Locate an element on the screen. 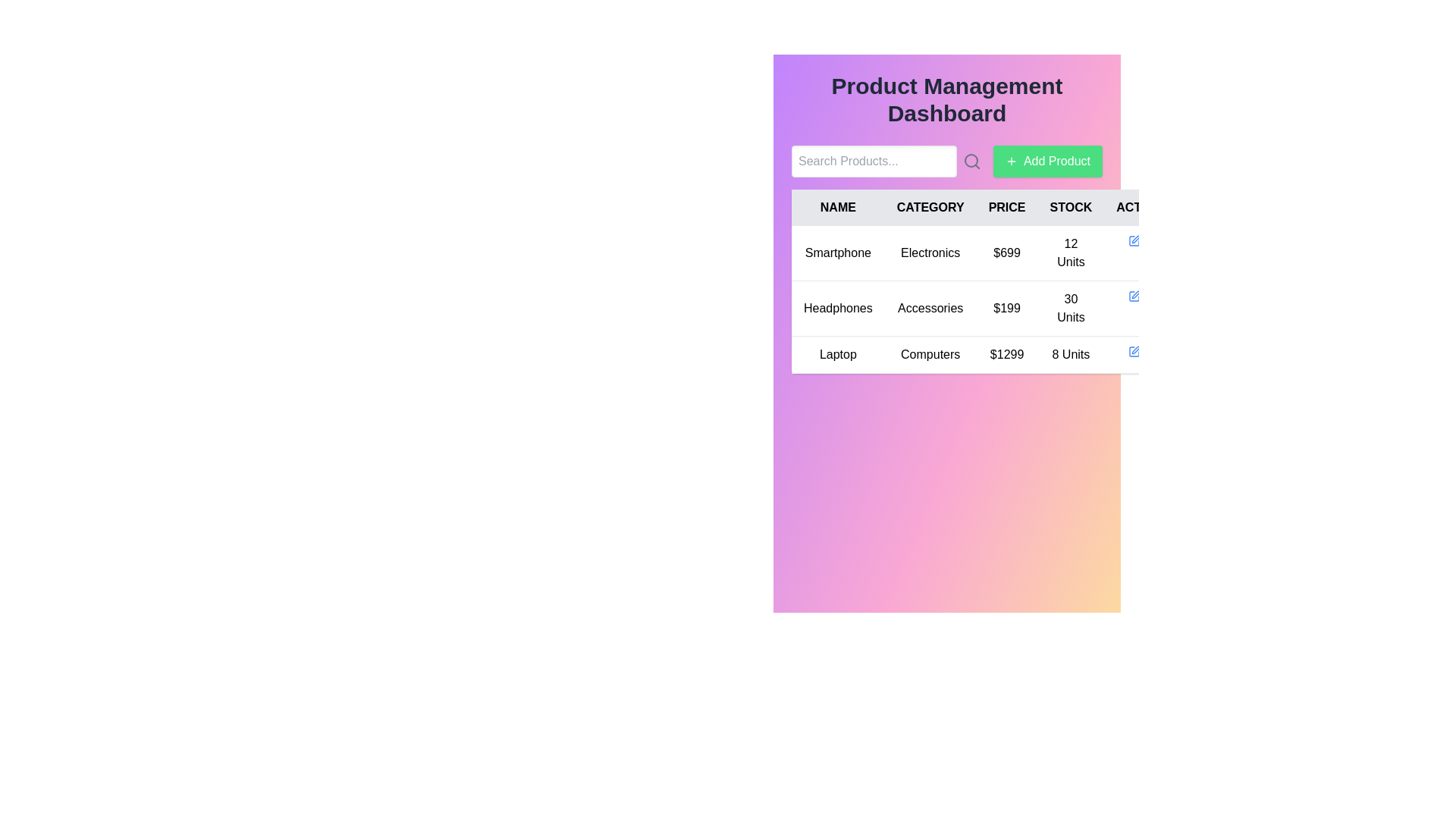  the text label that serves as the header for managing products, located at the top center of the interface is located at coordinates (946, 99).